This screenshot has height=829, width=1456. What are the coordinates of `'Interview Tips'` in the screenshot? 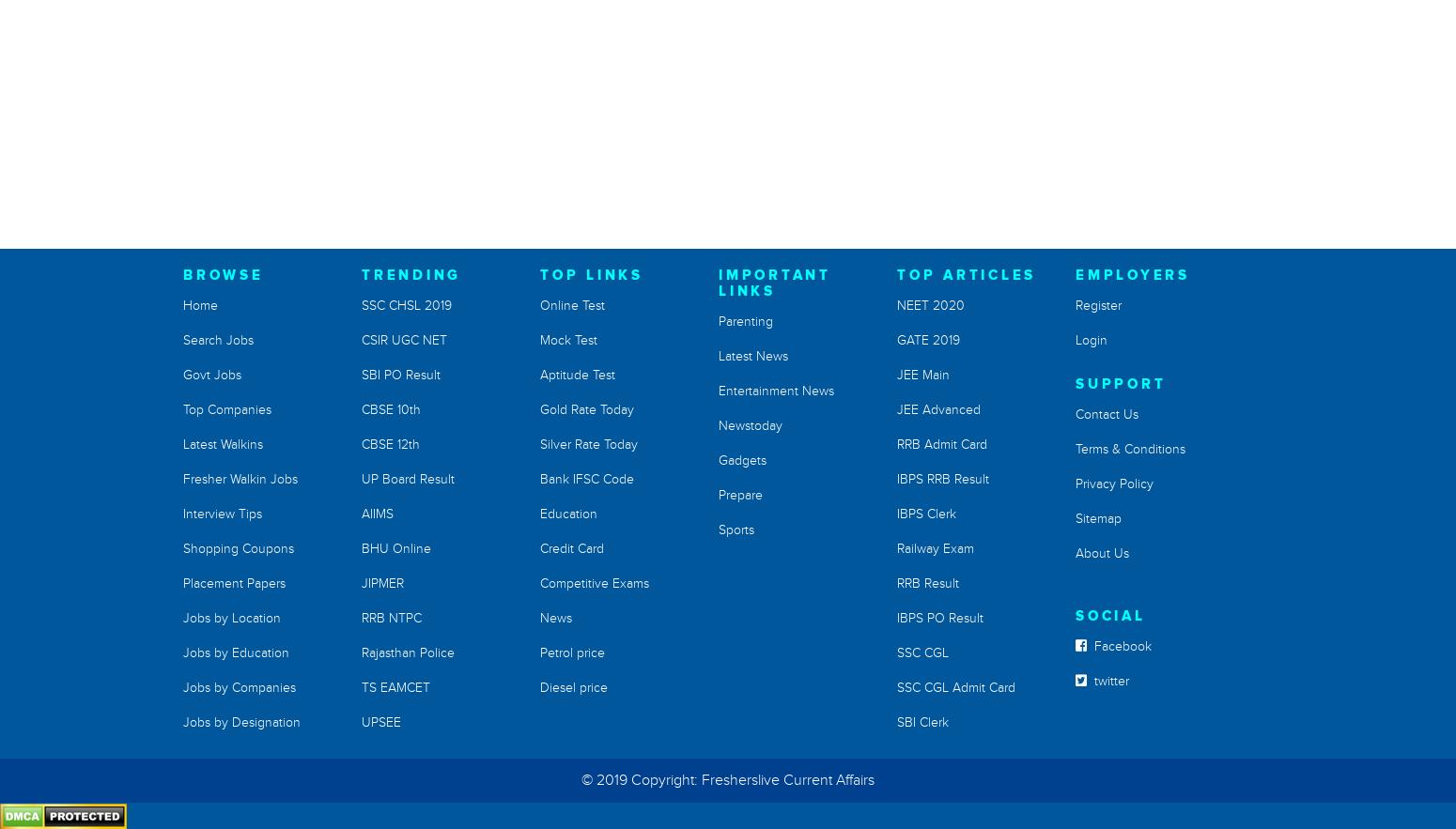 It's located at (222, 514).